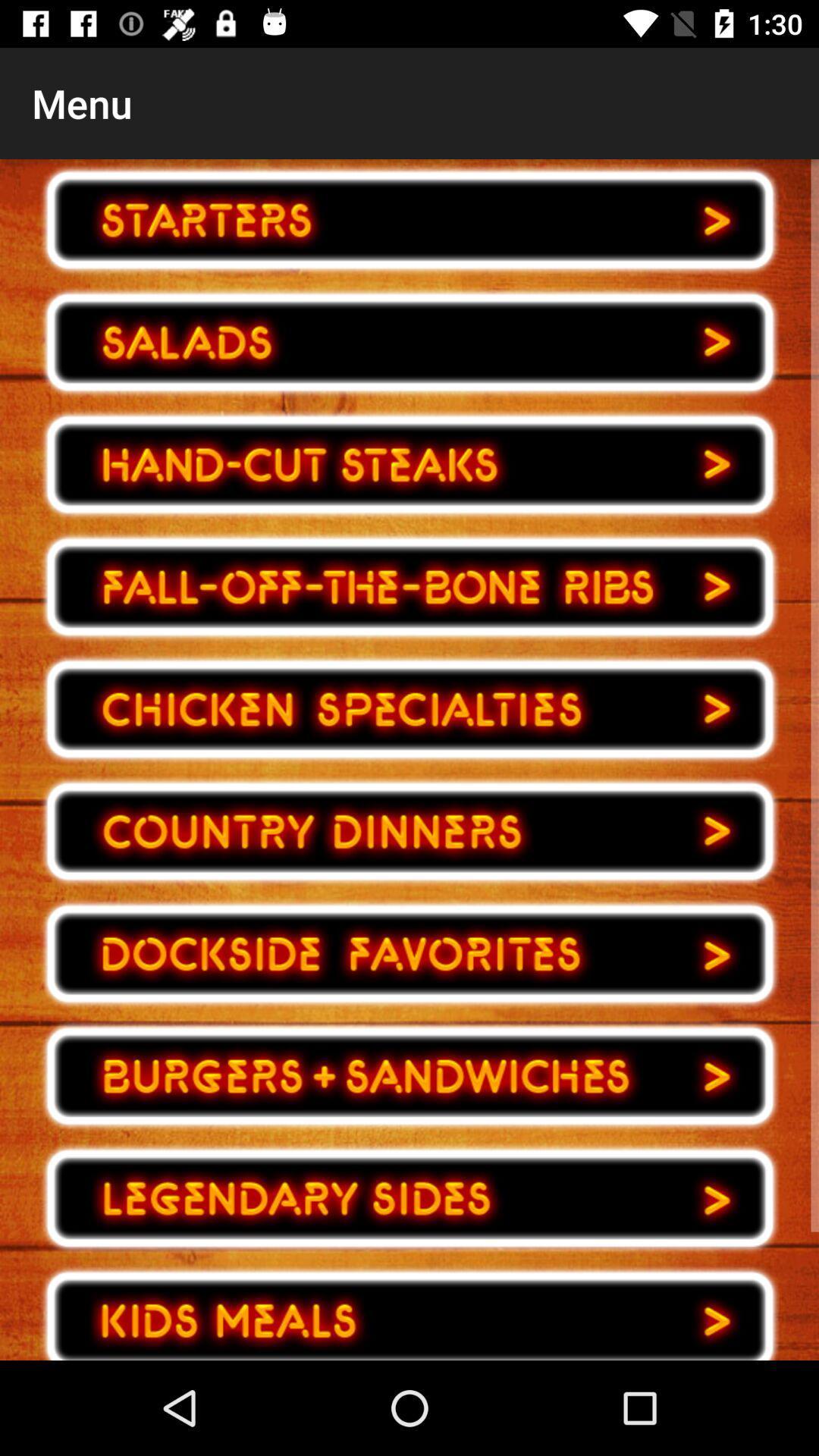  I want to click on choose food, so click(409, 1075).